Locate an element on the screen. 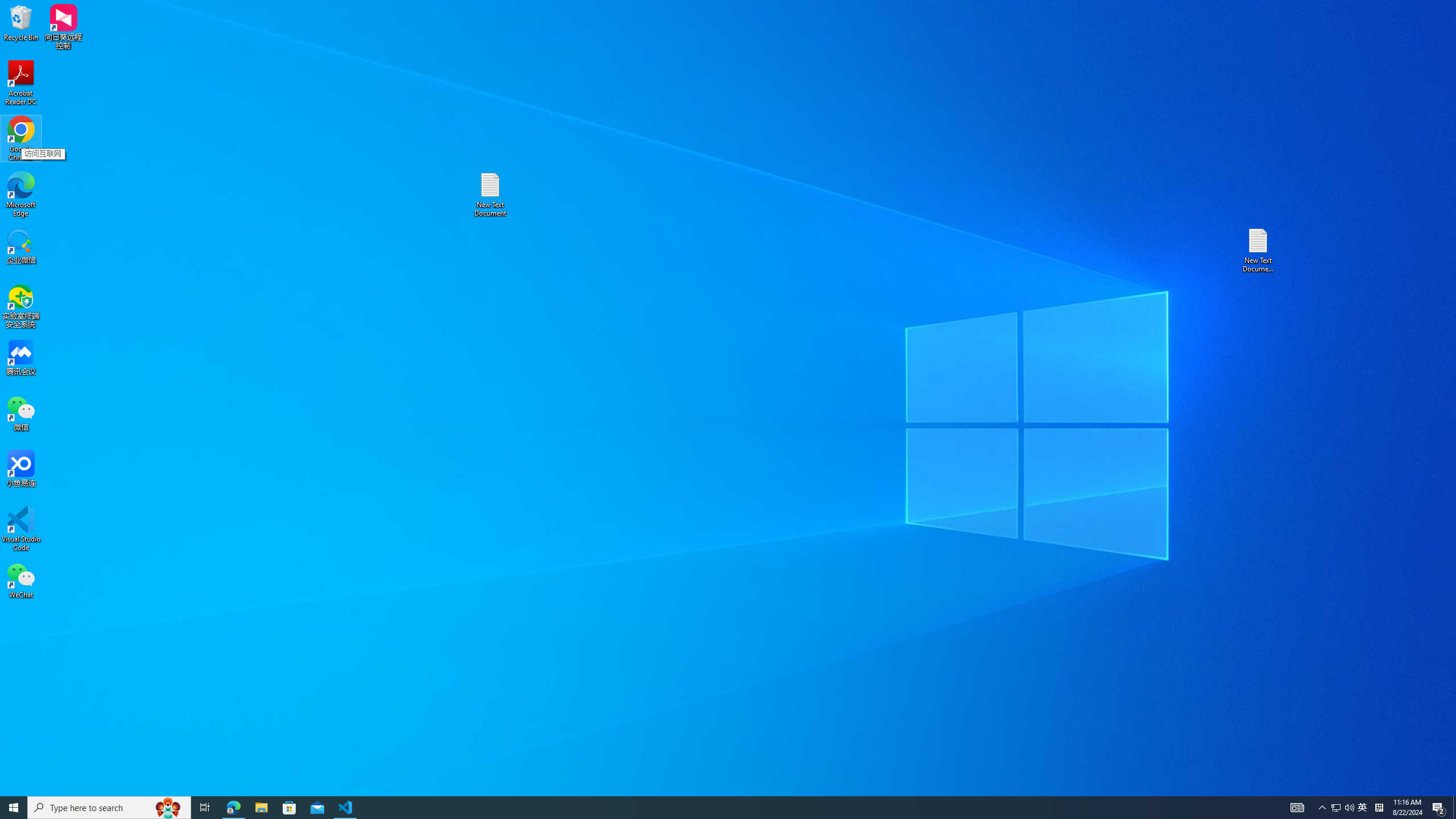  'File Explorer' is located at coordinates (260, 806).